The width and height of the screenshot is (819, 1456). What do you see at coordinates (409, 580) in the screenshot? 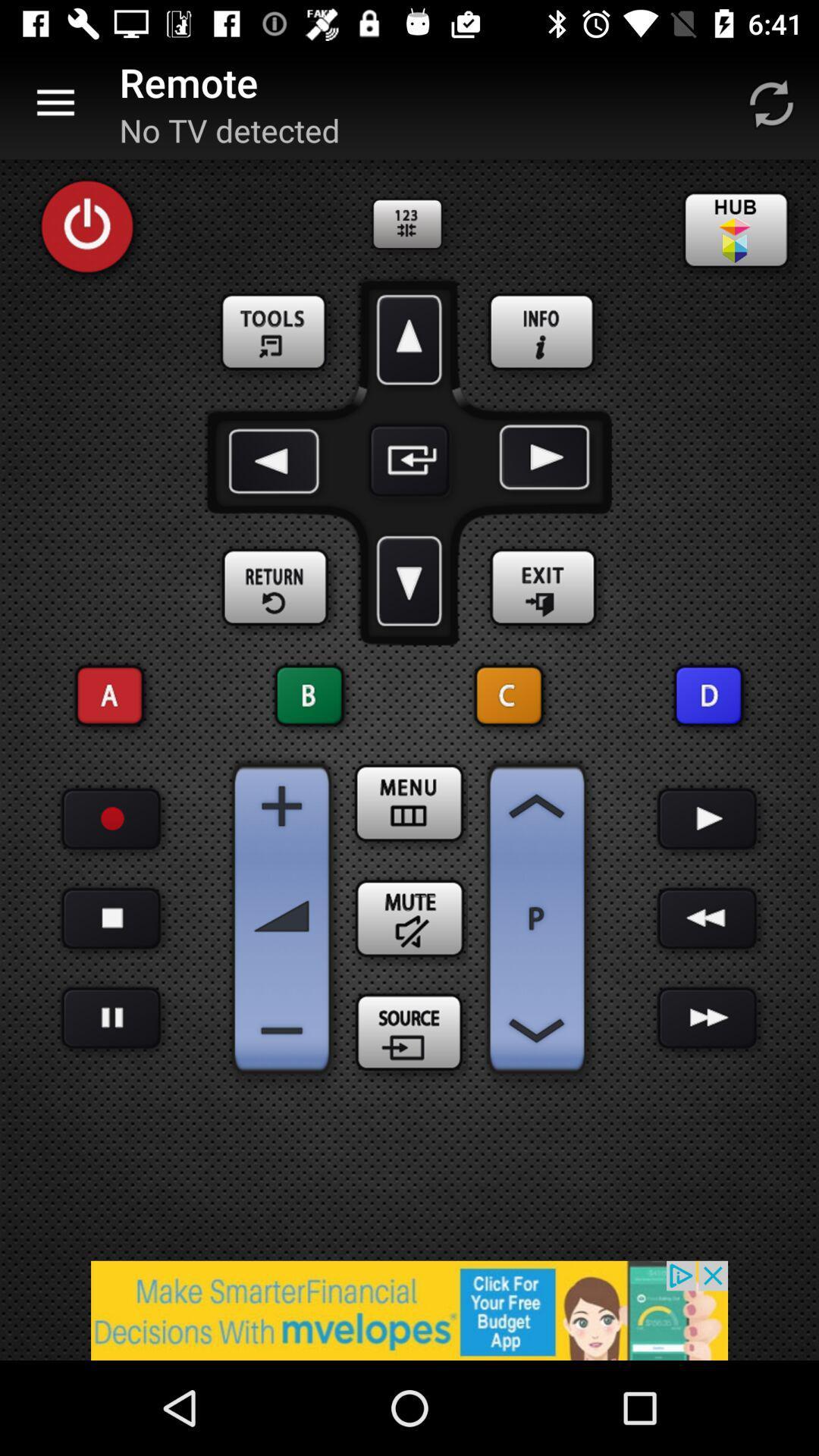
I see `scroll down` at bounding box center [409, 580].